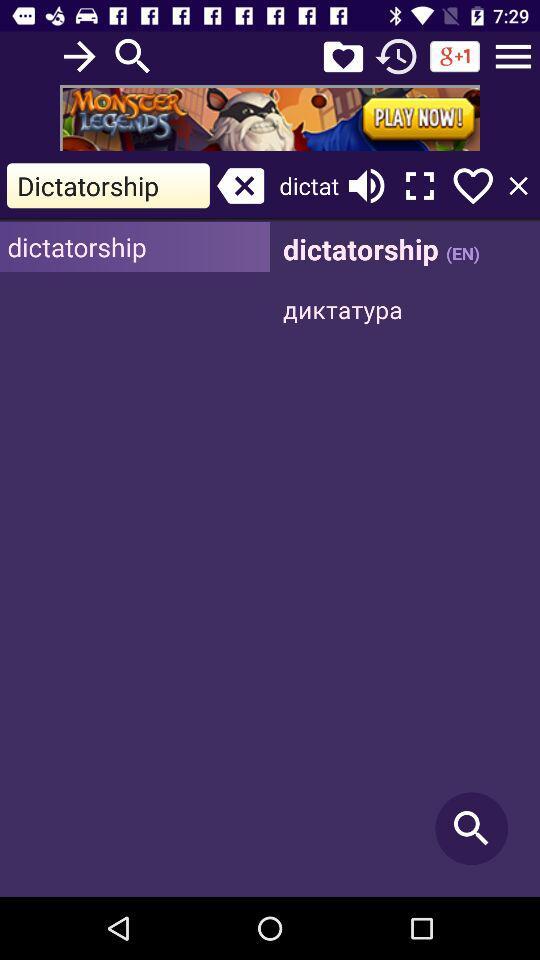  Describe the element at coordinates (513, 56) in the screenshot. I see `the menu at top right corner` at that location.